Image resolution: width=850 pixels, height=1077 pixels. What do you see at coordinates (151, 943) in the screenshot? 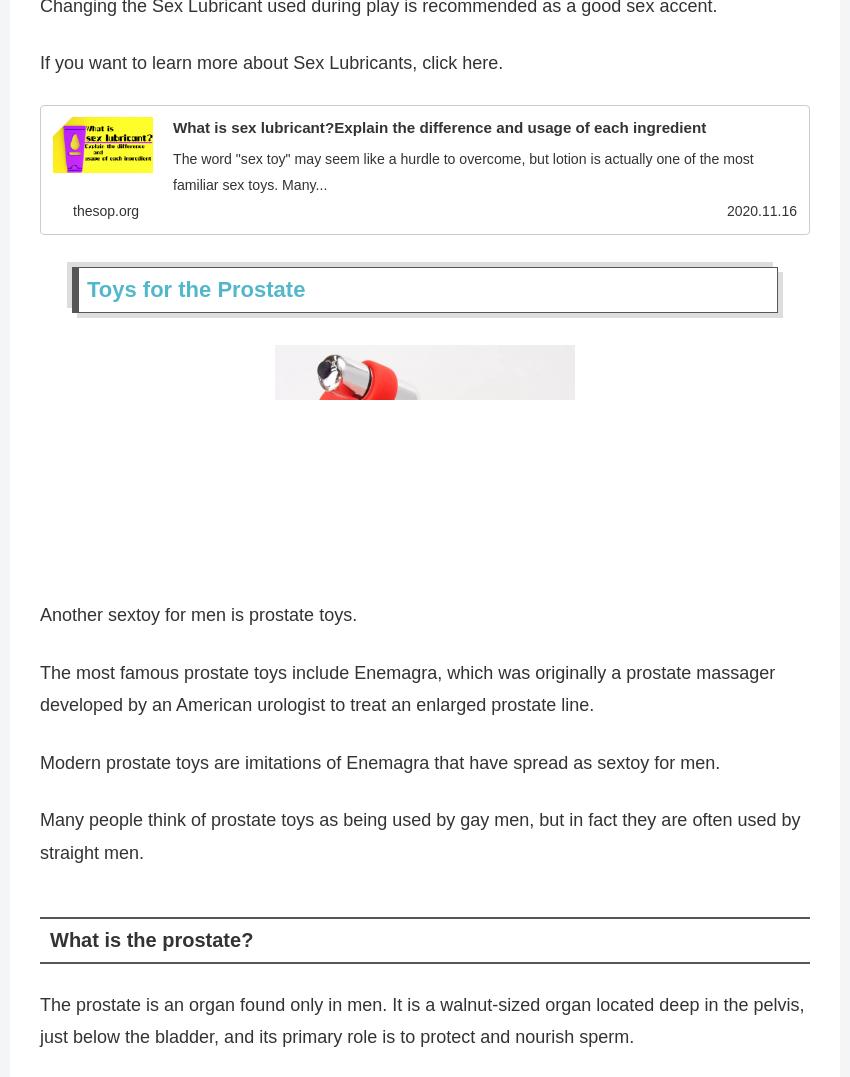
I see `'What is the prostate?'` at bounding box center [151, 943].